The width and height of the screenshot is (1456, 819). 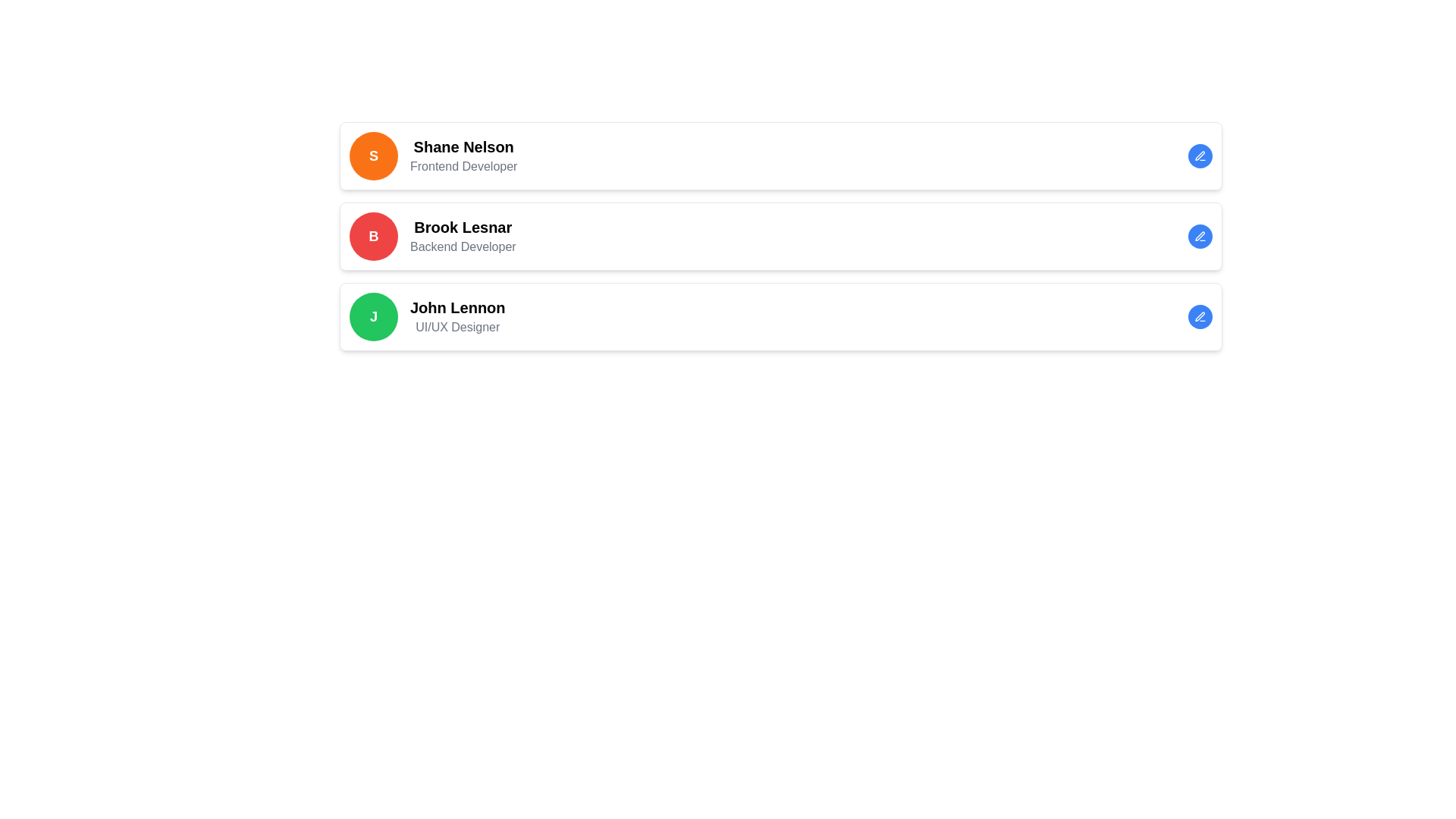 What do you see at coordinates (1200, 315) in the screenshot?
I see `the edit button represented by a pen icon located on the rightmost edge of the profile section for 'John Lennon, UI/UX Designer' to initiate editing` at bounding box center [1200, 315].